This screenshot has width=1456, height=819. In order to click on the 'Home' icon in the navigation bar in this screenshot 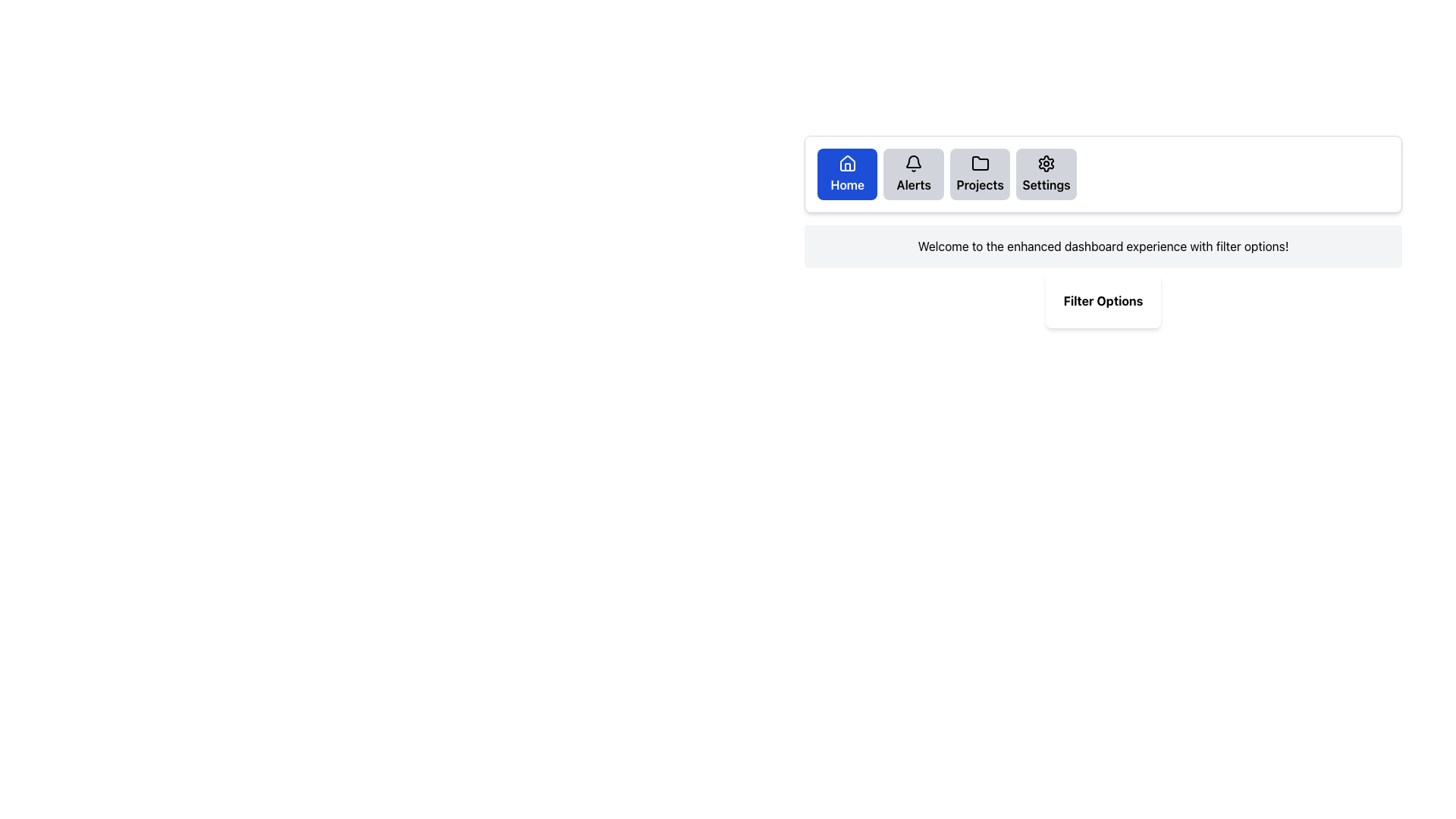, I will do `click(846, 163)`.